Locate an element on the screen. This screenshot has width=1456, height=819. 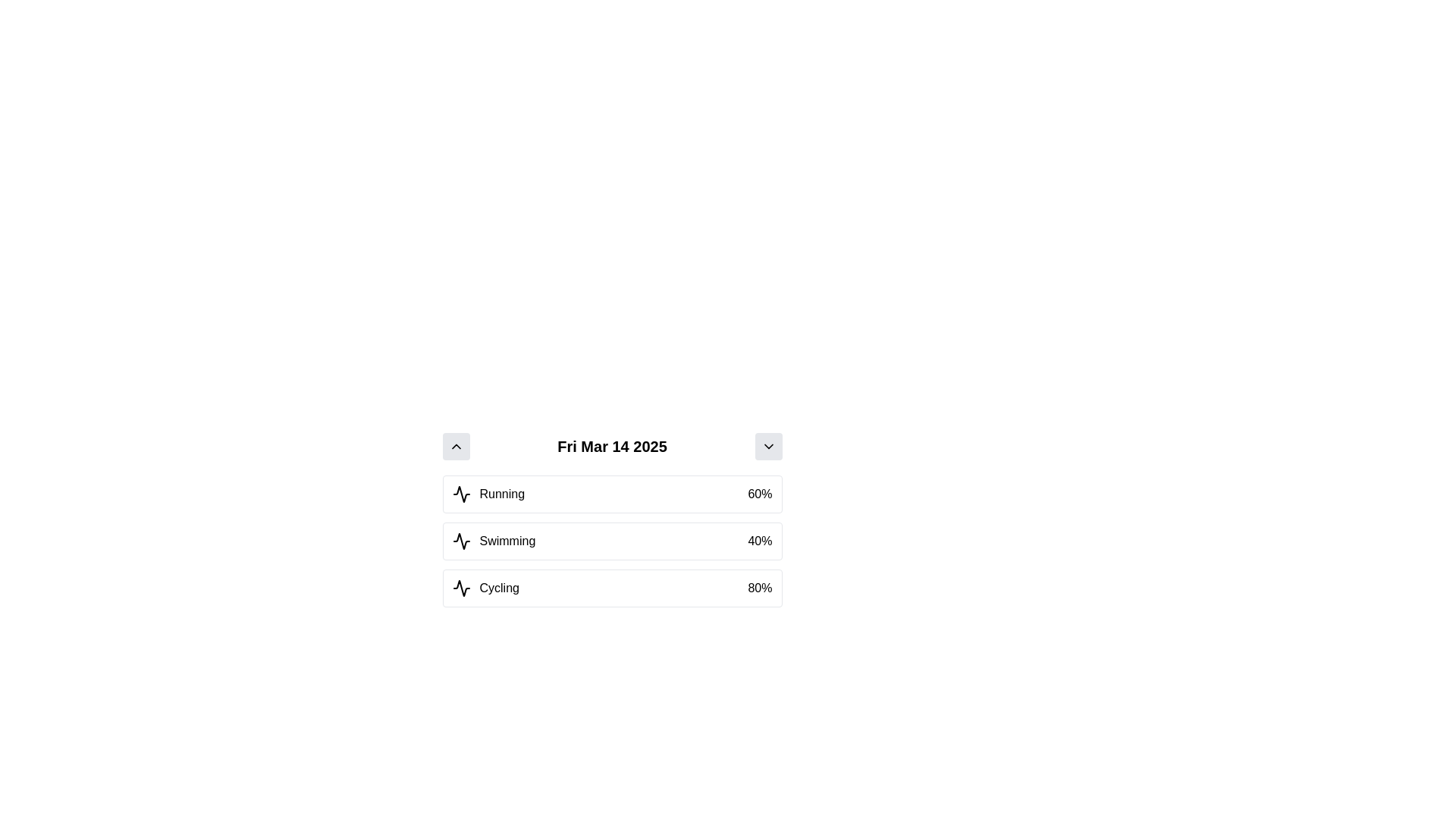
the waveform icon, which is styled with black strokes and located to the left of the text 'Swimming' in the second row of the list is located at coordinates (460, 540).